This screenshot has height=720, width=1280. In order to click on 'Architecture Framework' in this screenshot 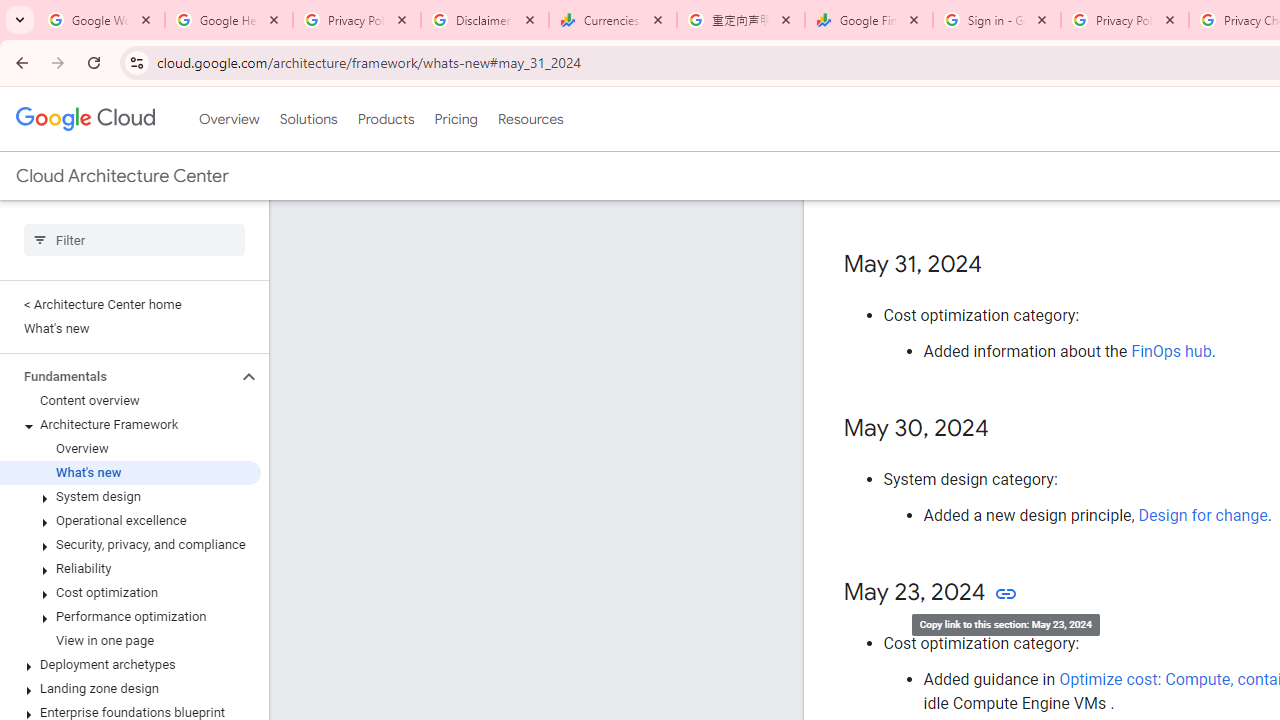, I will do `click(129, 424)`.